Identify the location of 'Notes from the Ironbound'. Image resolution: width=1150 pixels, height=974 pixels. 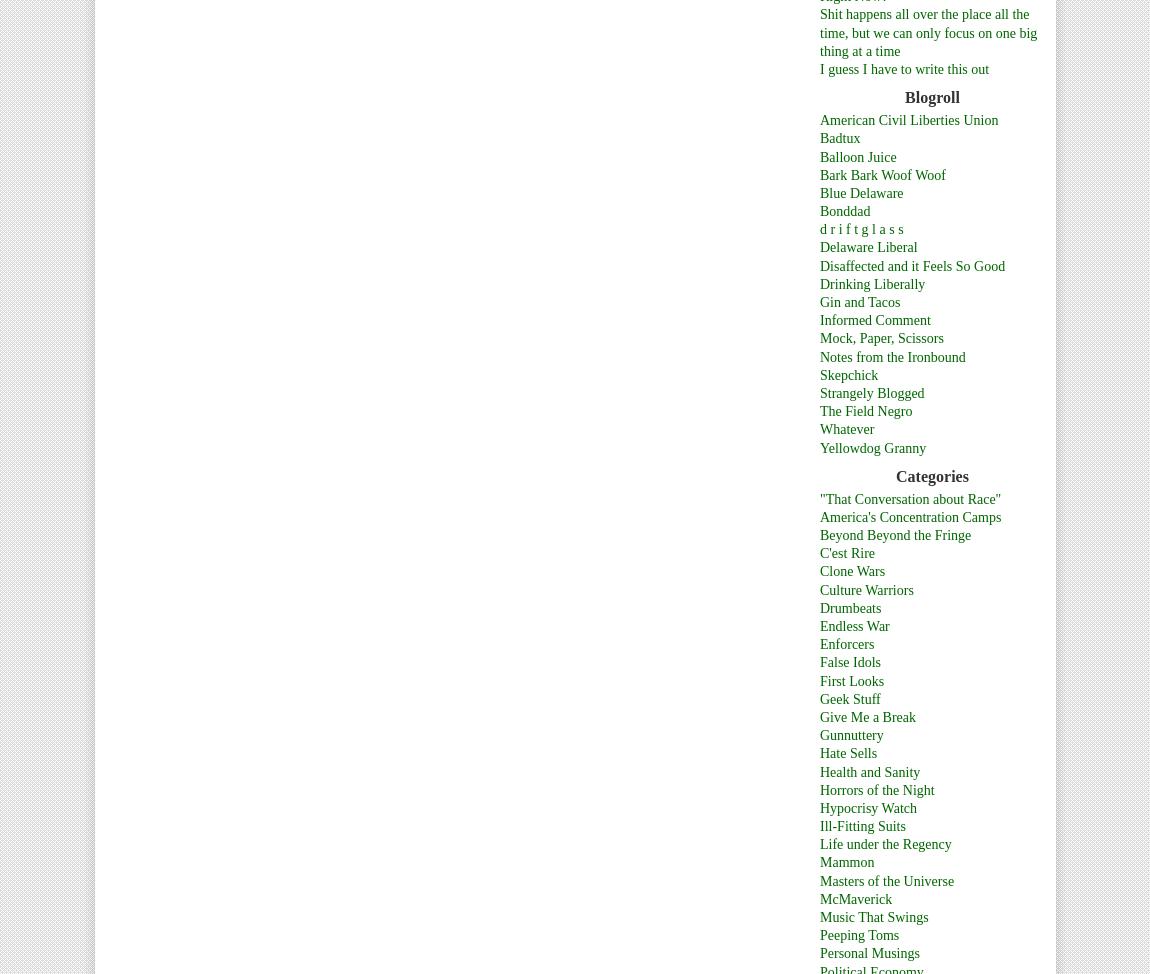
(892, 356).